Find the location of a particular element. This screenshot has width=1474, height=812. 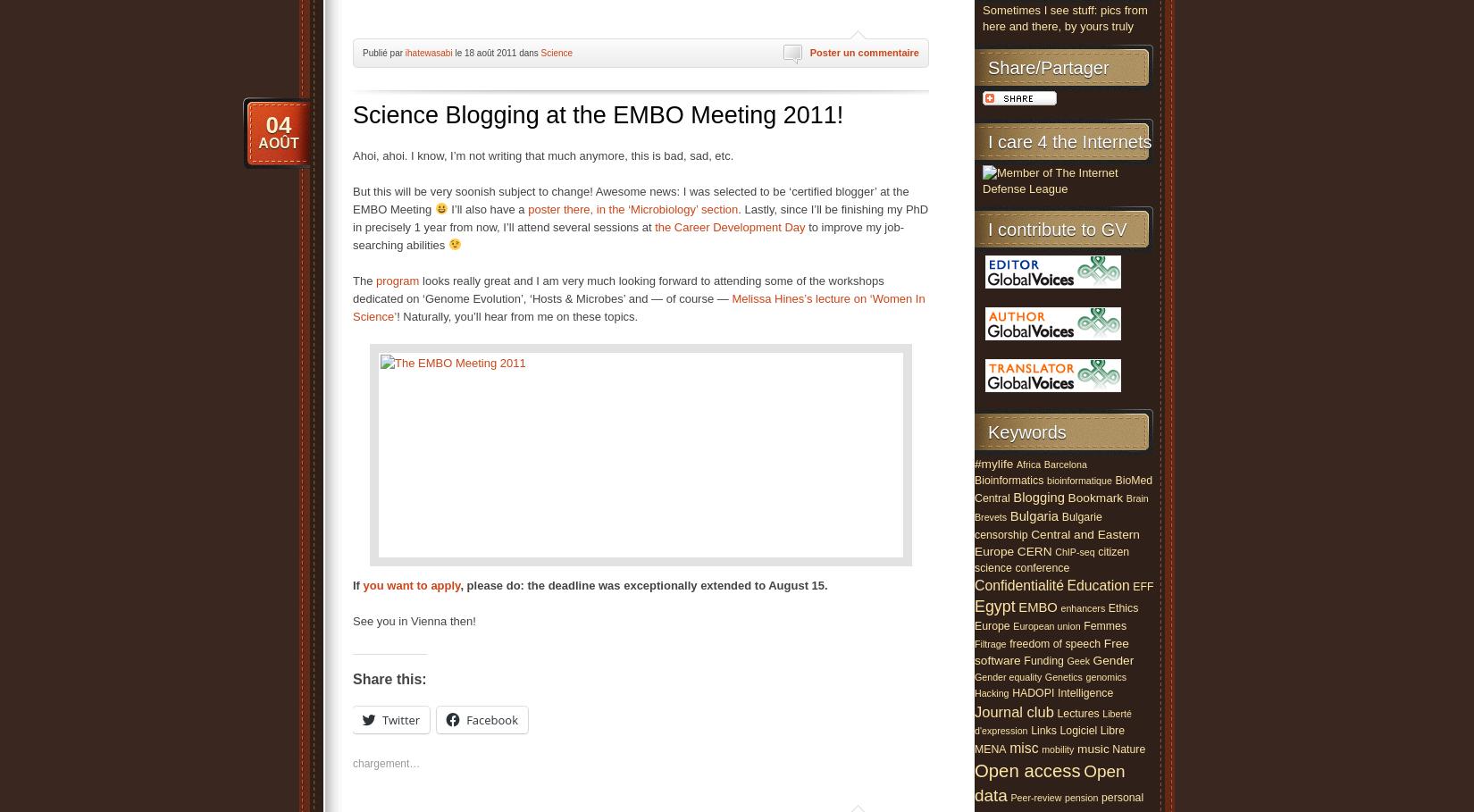

'Science' is located at coordinates (540, 52).